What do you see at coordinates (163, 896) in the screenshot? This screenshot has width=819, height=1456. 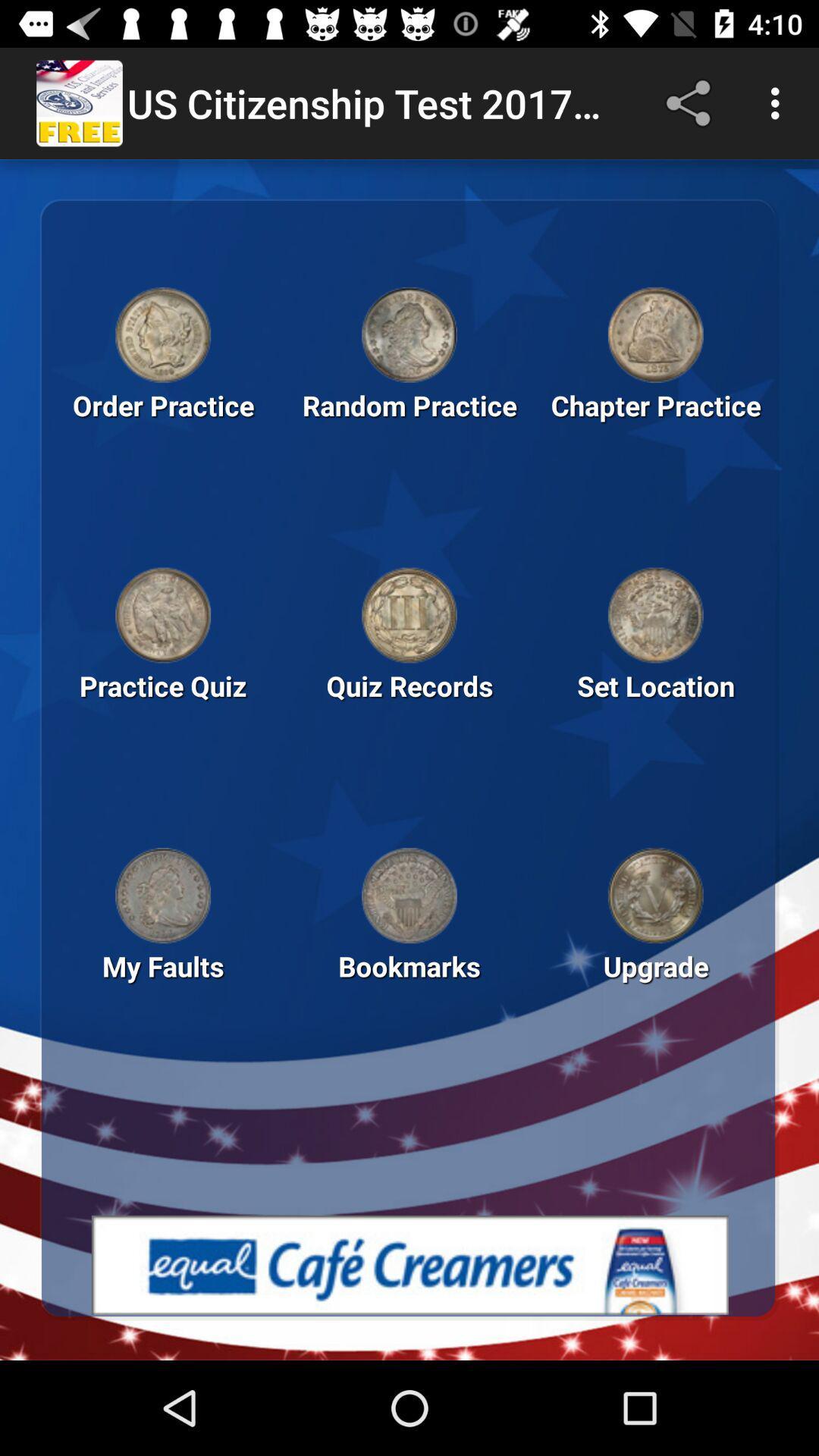 I see `open my faults list` at bounding box center [163, 896].